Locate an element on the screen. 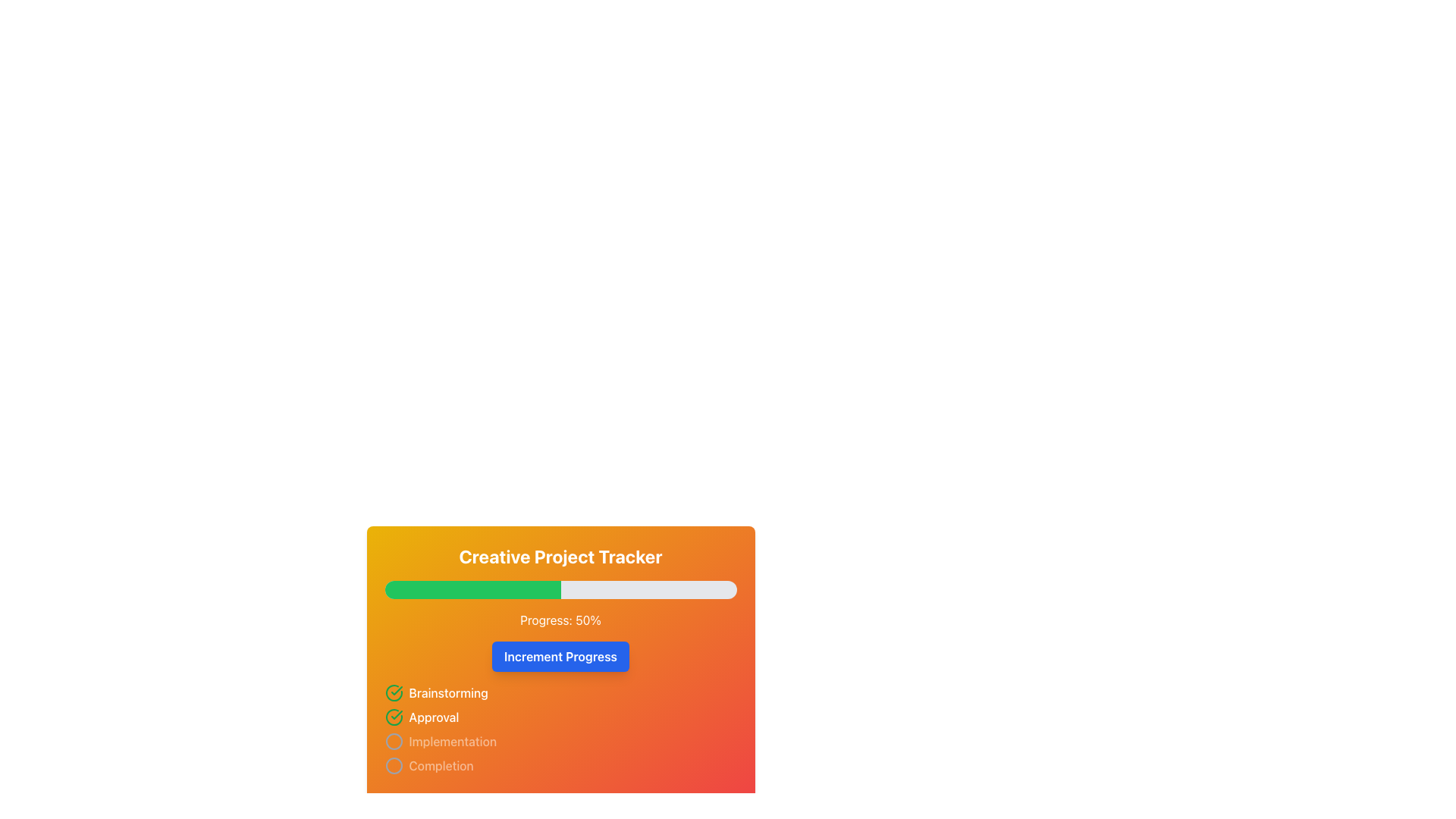 This screenshot has width=1456, height=819. the 'Increment Progress' button, which is a blue rectangular button with rounded corners and white text centered within it is located at coordinates (560, 649).